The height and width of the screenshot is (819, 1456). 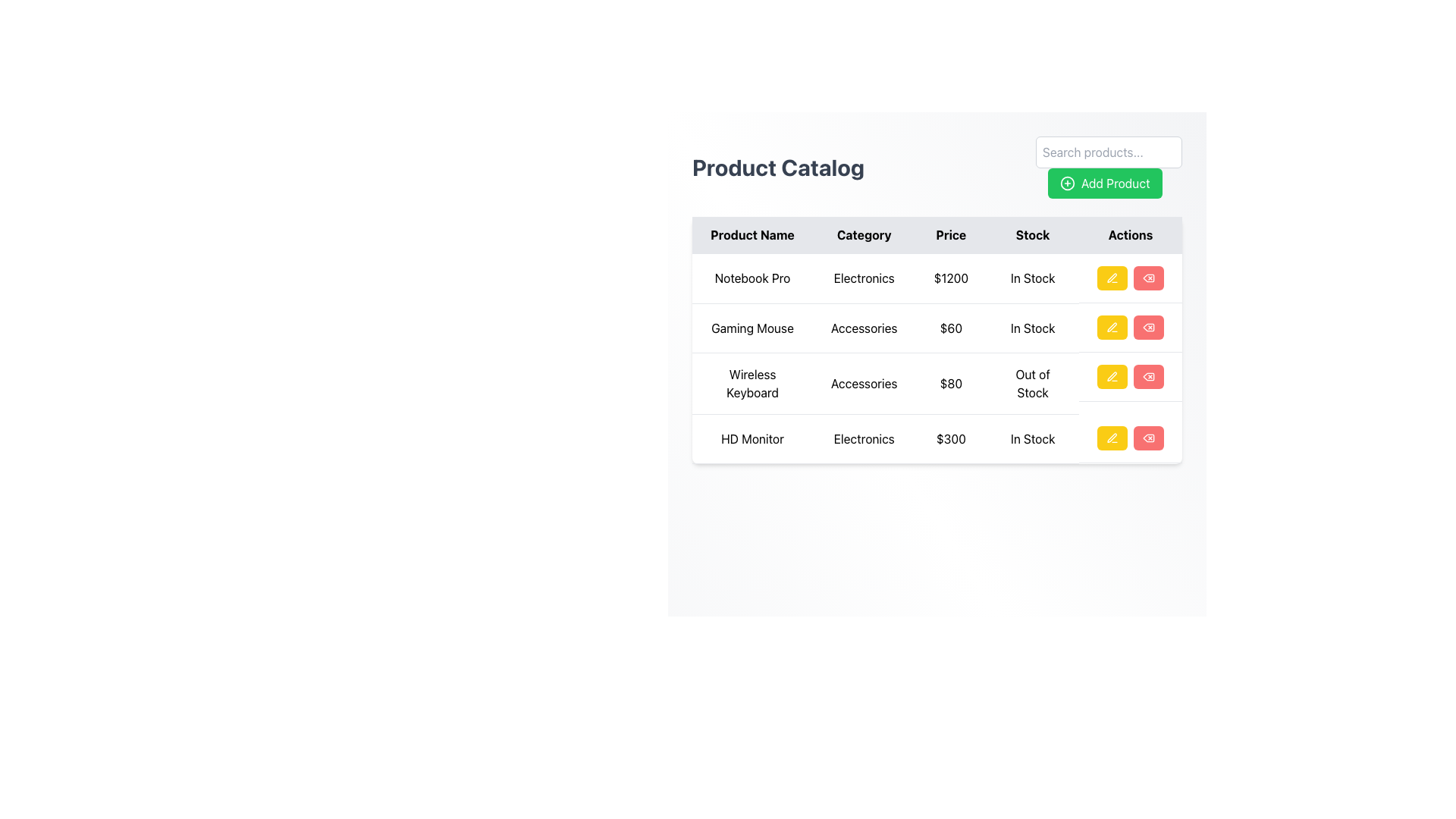 I want to click on information presented in the Text Label displaying 'Notebook Pro', located in the first cell of the table's first data row under the 'Product Name' column, so click(x=752, y=278).